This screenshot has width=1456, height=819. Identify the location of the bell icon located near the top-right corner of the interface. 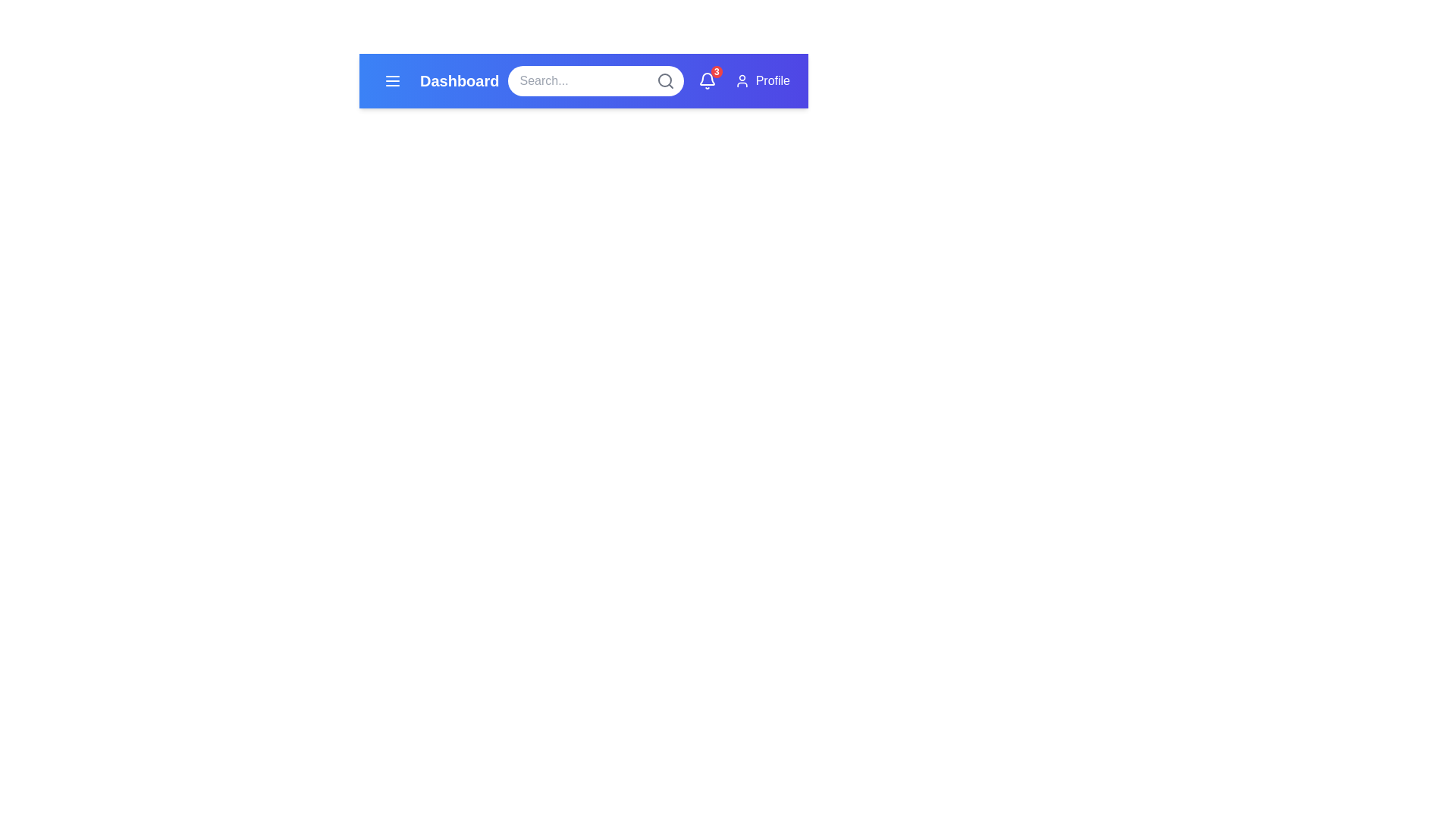
(706, 81).